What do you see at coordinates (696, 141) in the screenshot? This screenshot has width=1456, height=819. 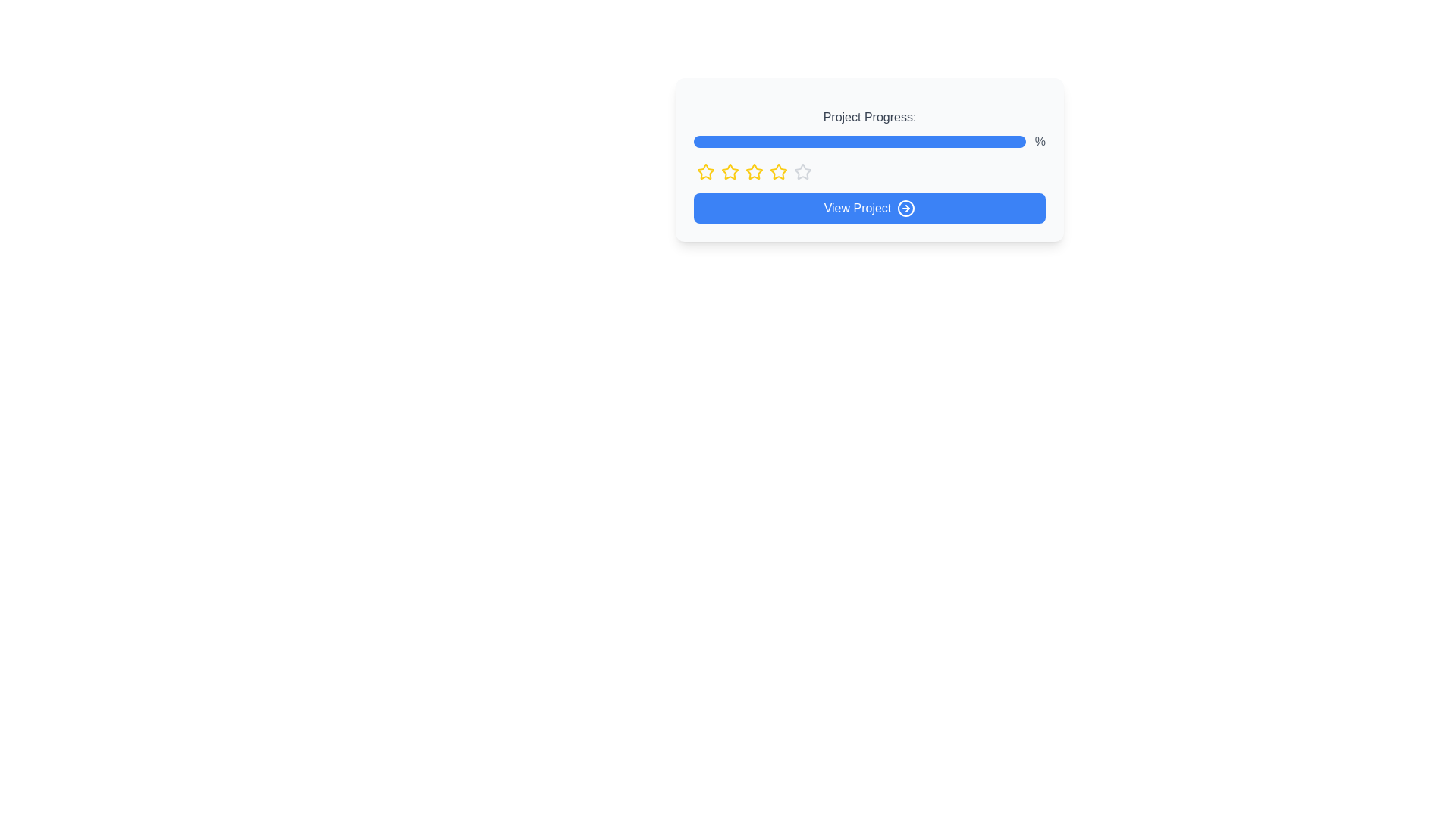 I see `progress` at bounding box center [696, 141].